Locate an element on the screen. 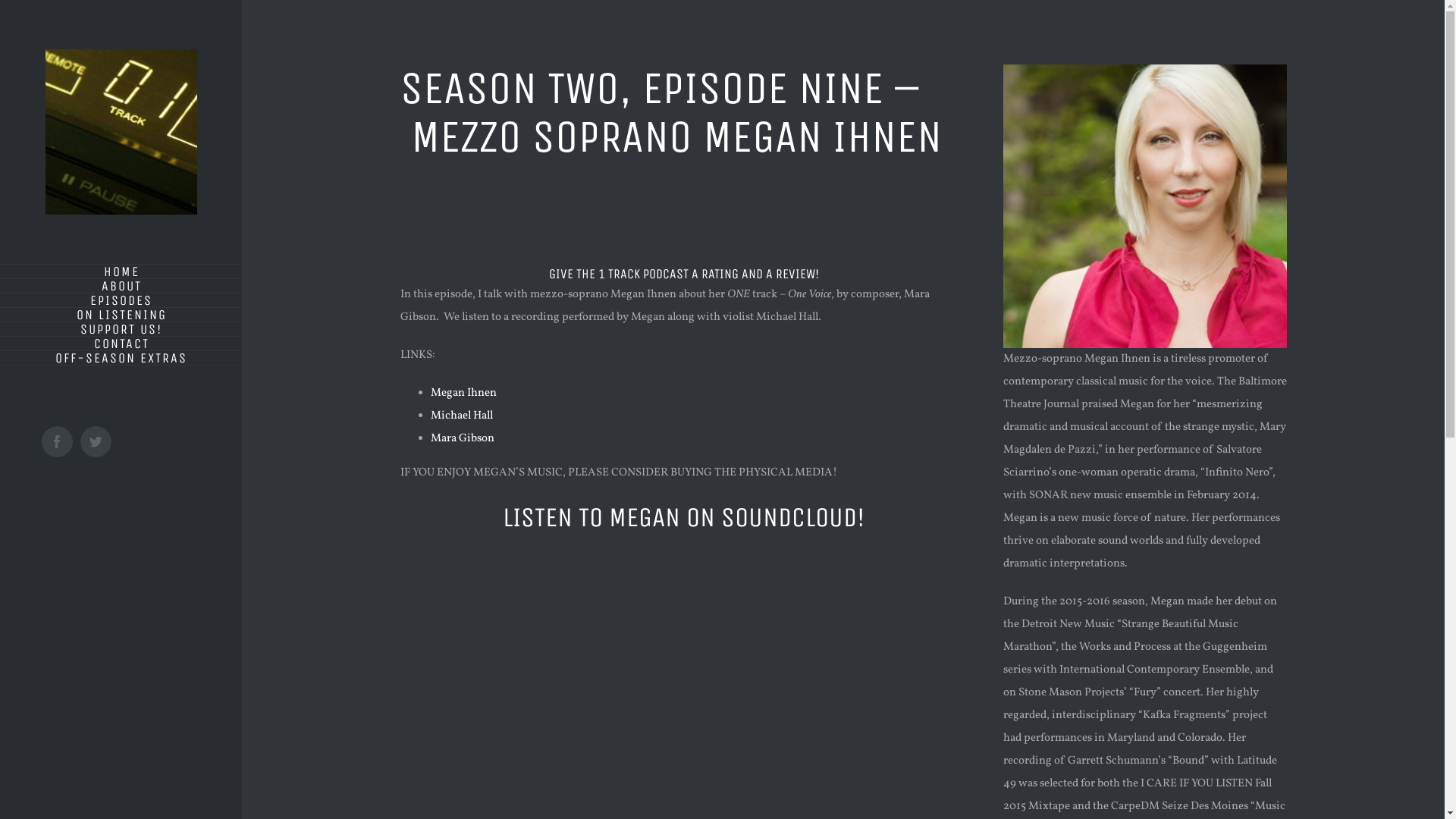 This screenshot has height=819, width=1456. 'Megan_Ihnen' is located at coordinates (1003, 206).